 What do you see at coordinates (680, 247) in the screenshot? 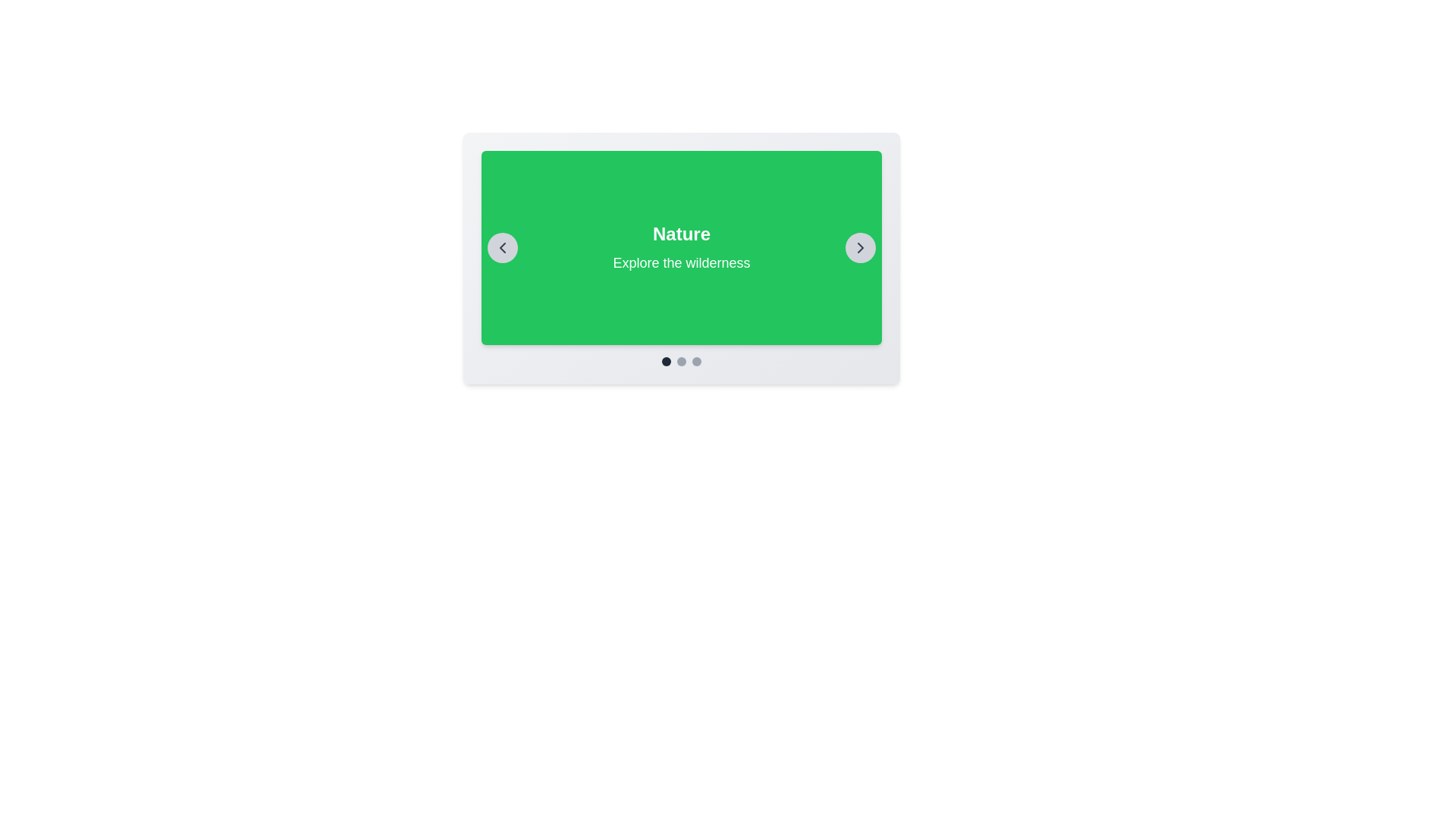
I see `the central display panel that presents the title and description, part of a carousel or slideshow component` at bounding box center [680, 247].